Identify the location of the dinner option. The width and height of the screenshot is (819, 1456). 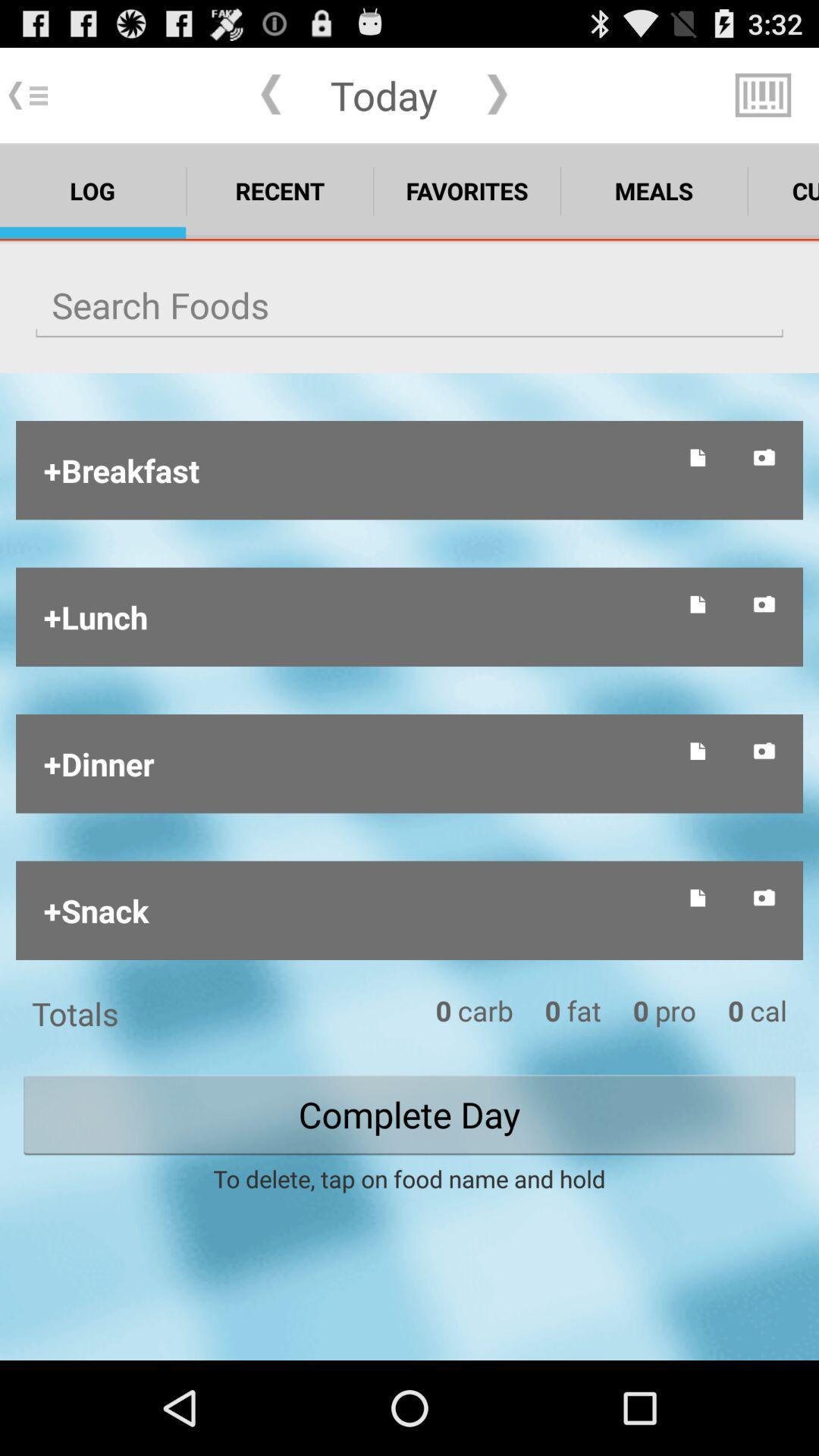
(355, 764).